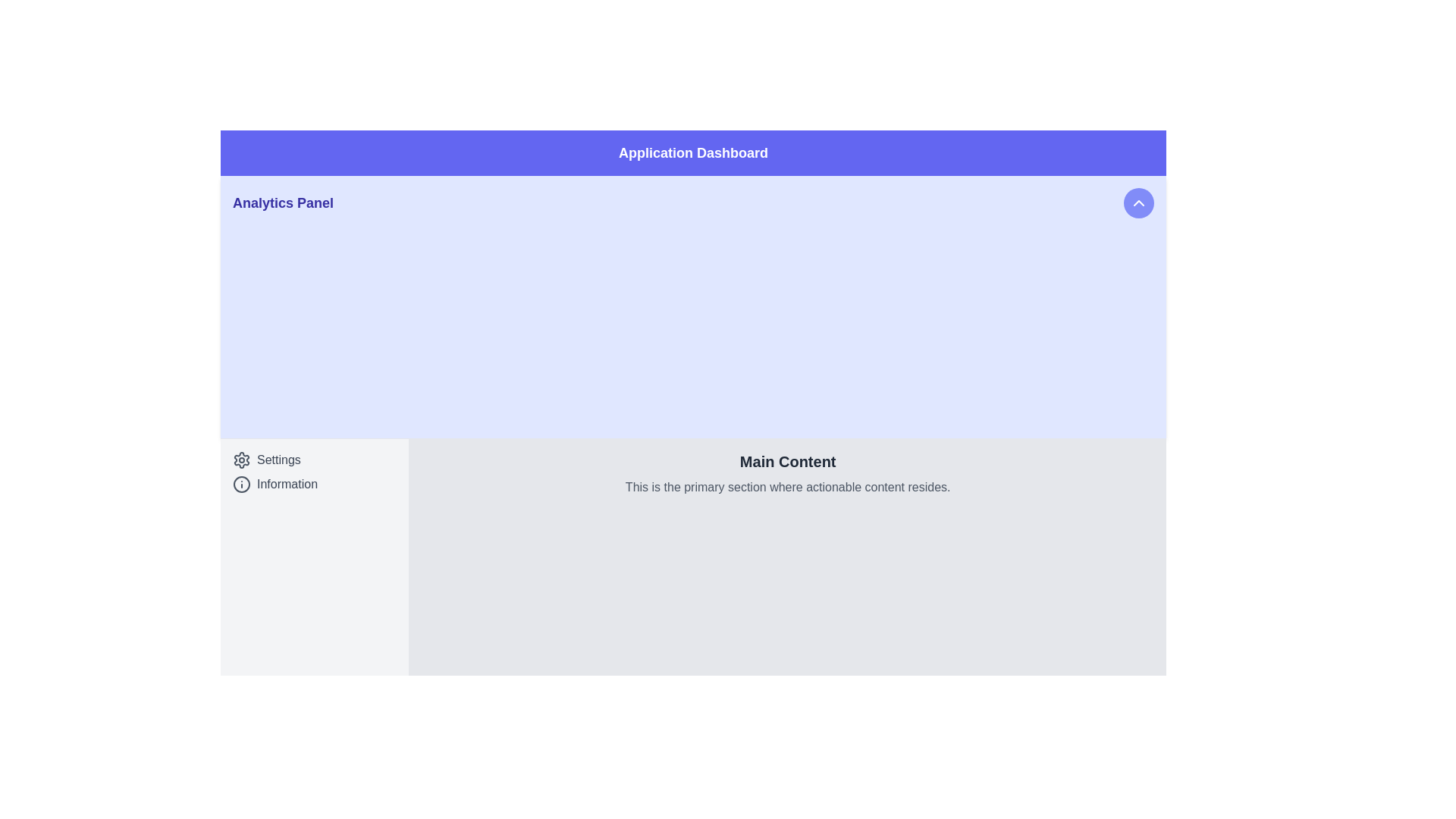 Image resolution: width=1456 pixels, height=819 pixels. Describe the element at coordinates (314, 471) in the screenshot. I see `the 'Information' item in the vertical navigation menu located in the left column under the 'Analytics Panel'` at that location.